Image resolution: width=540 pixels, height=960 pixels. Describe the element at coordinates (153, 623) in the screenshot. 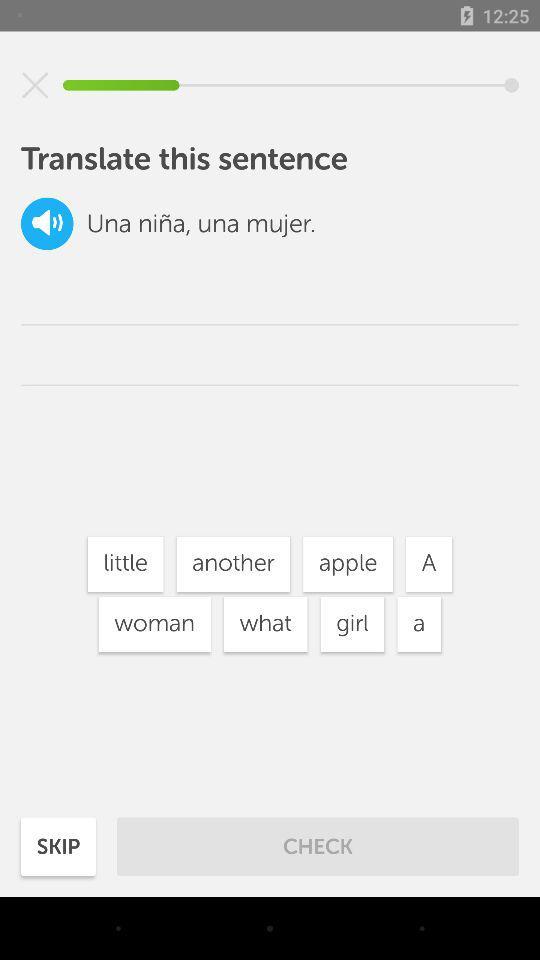

I see `the icon next to what item` at that location.